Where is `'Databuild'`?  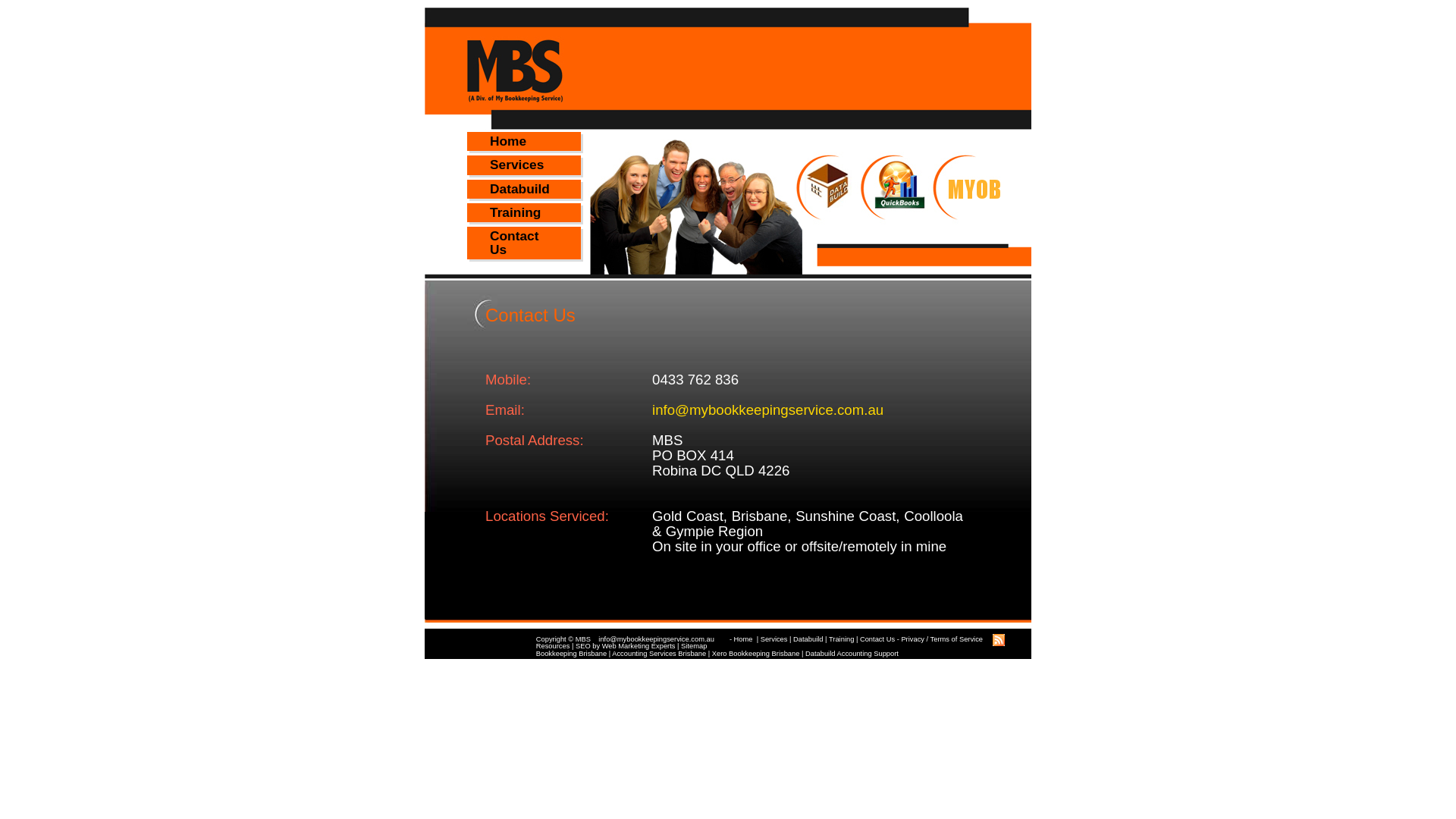 'Databuild' is located at coordinates (524, 188).